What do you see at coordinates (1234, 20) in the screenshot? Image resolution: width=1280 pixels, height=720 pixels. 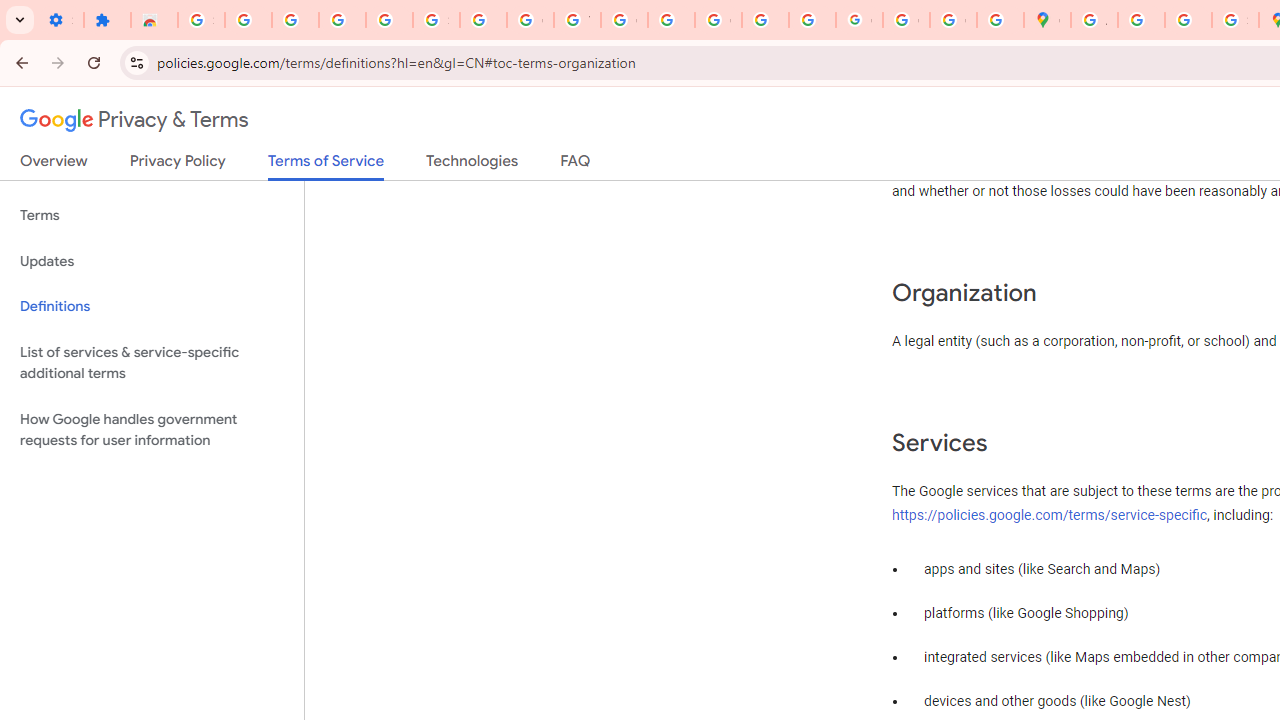 I see `'Safety in Our Products - Google Safety Center'` at bounding box center [1234, 20].